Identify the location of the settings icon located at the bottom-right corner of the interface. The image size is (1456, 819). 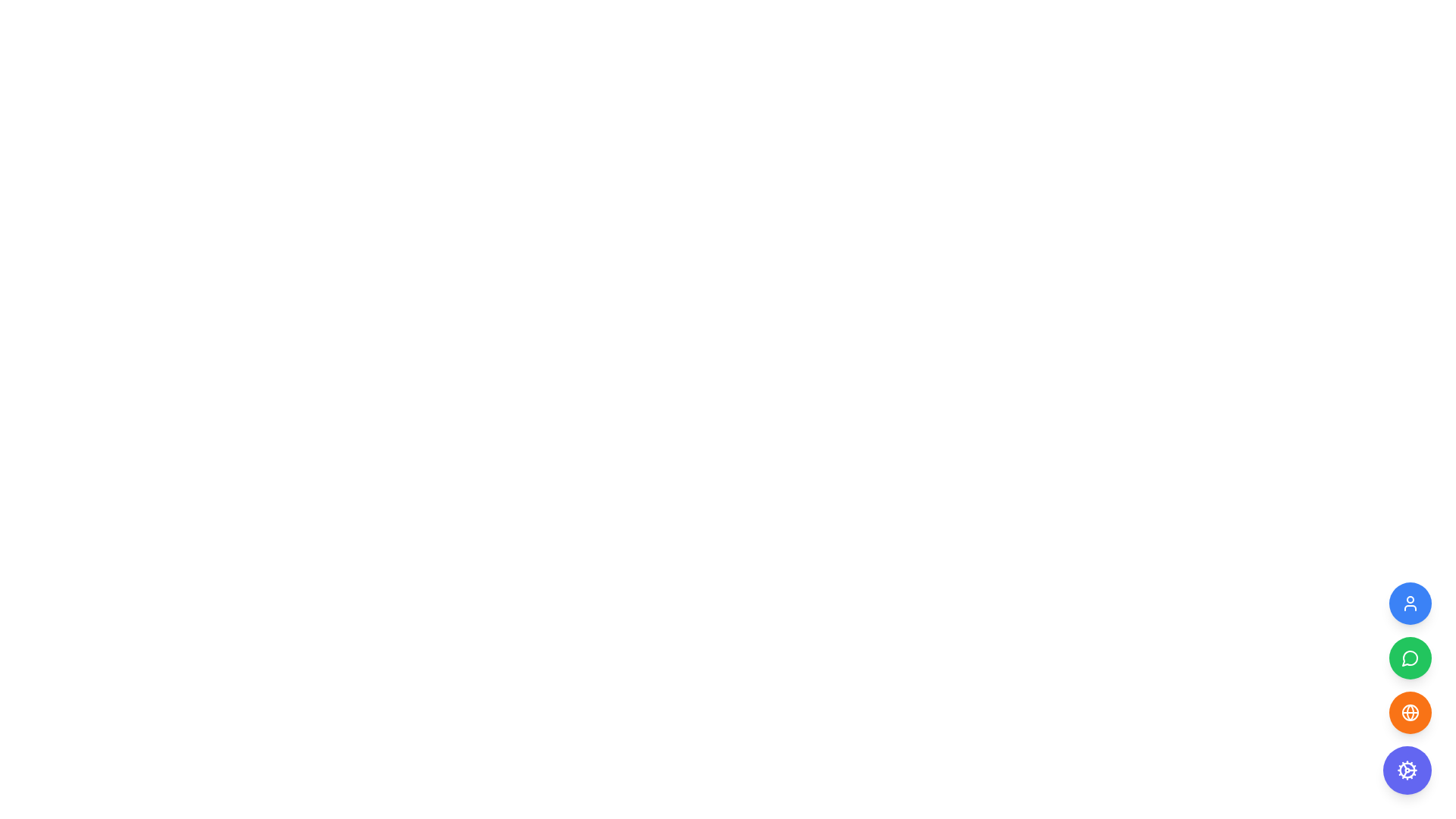
(1407, 770).